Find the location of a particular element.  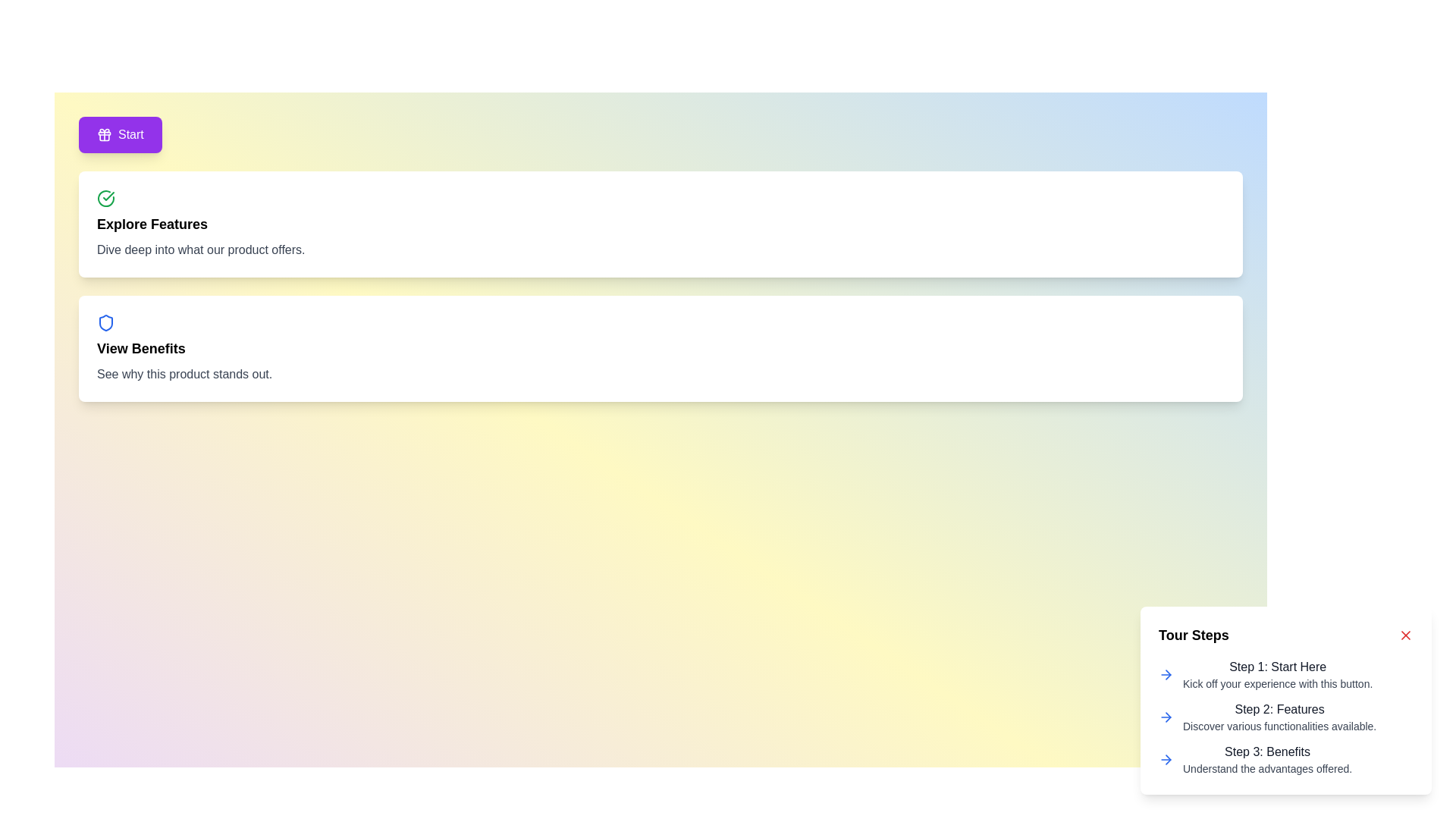

the affirmation icon located at the top-left corner of the 'Explore Features' section, which signifies successful completion is located at coordinates (105, 198).